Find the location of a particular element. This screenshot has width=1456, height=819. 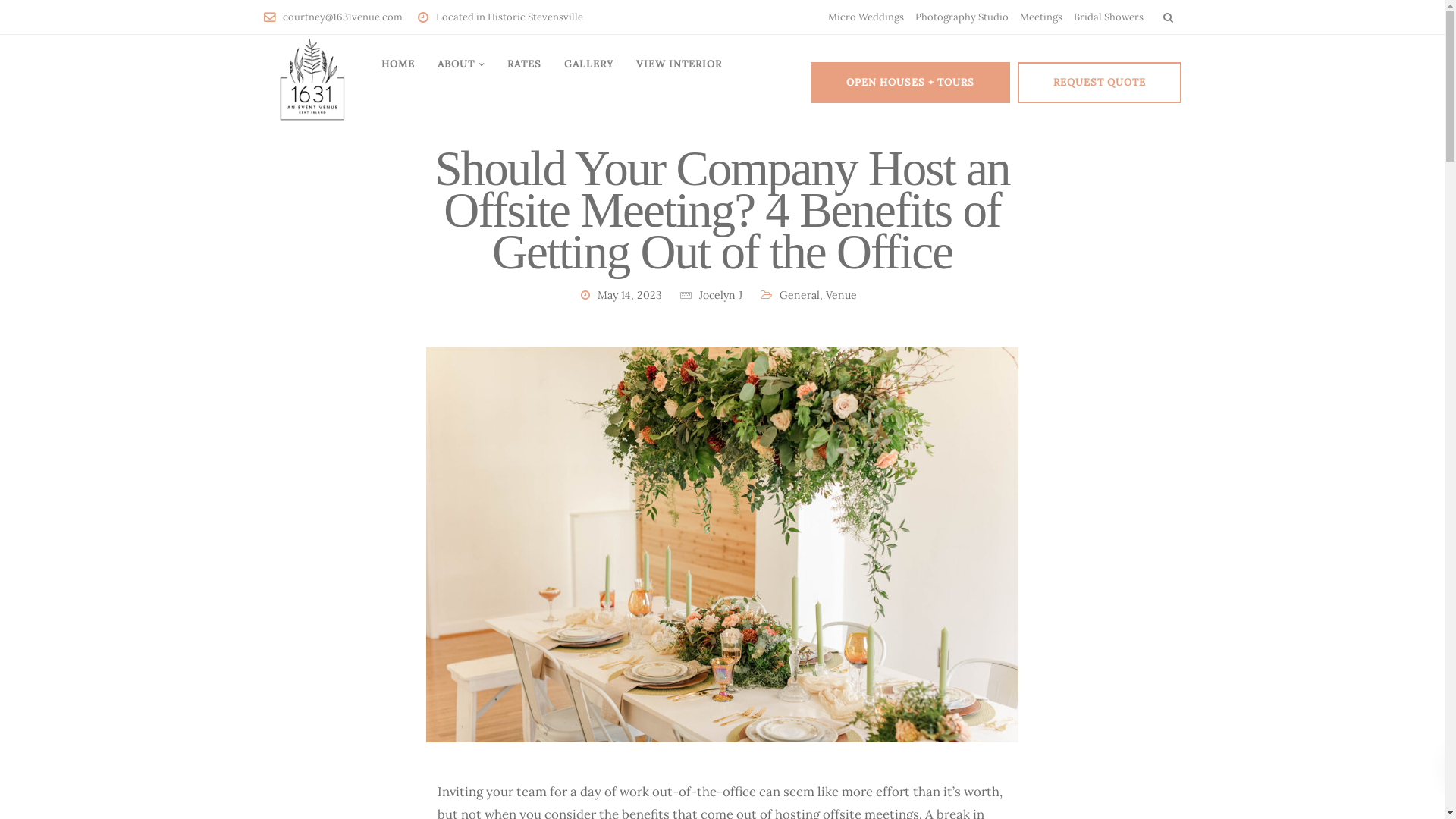

'Micro Weddings' is located at coordinates (866, 17).